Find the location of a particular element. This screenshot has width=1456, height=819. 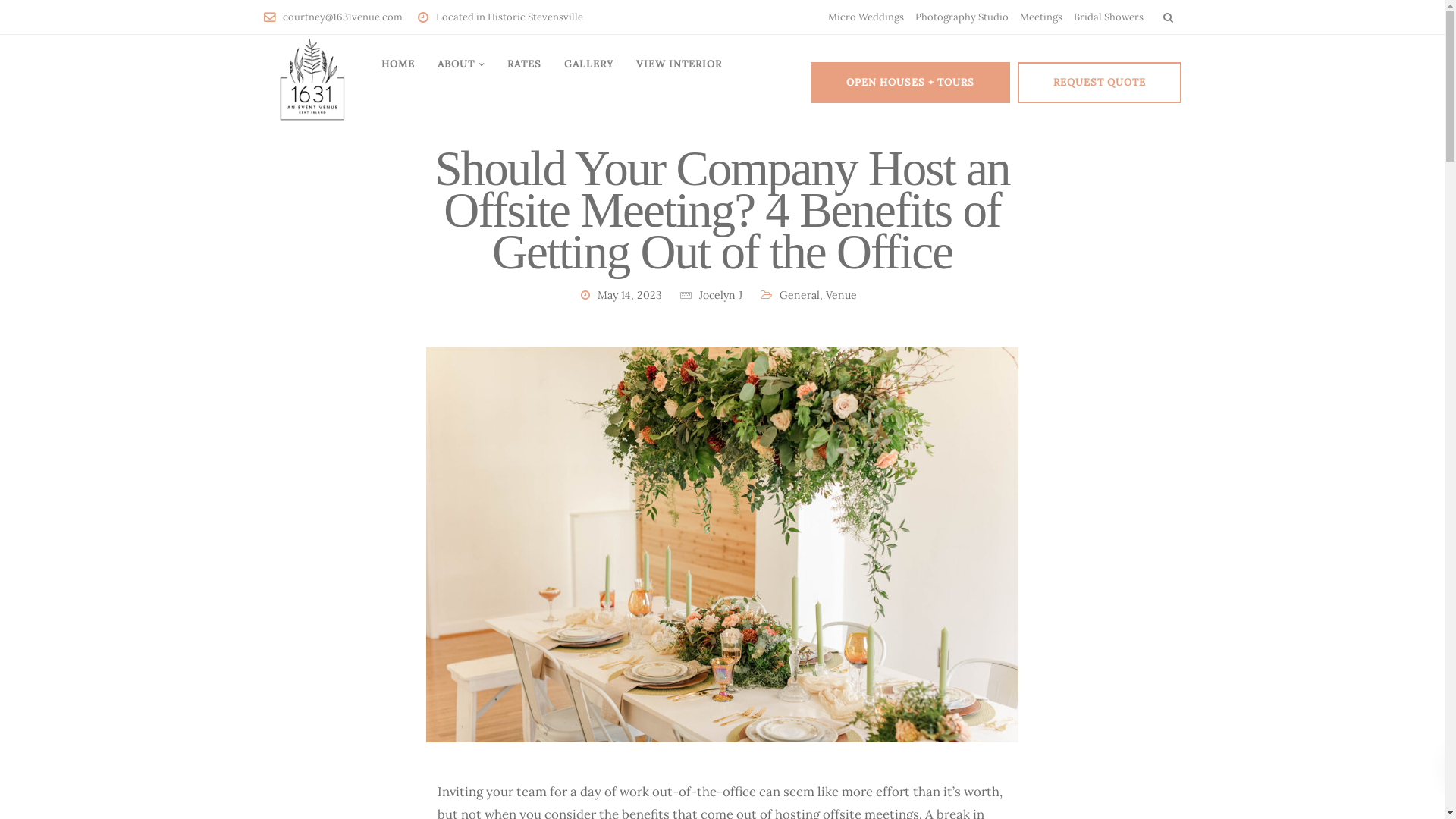

'Micro Weddings' is located at coordinates (866, 17).